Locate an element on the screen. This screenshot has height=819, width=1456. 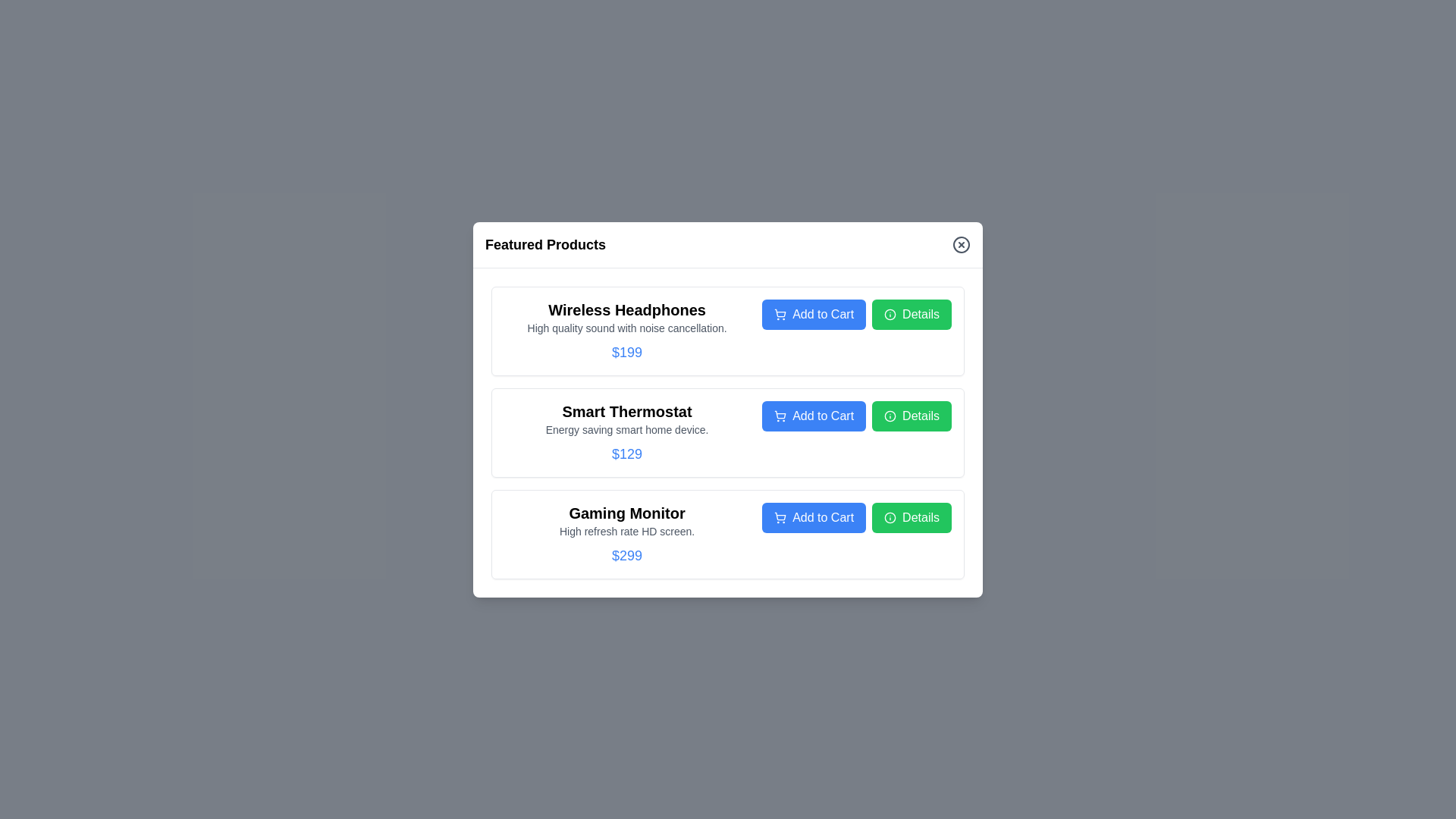
the close button located at the top-right corner of the dialog is located at coordinates (960, 243).